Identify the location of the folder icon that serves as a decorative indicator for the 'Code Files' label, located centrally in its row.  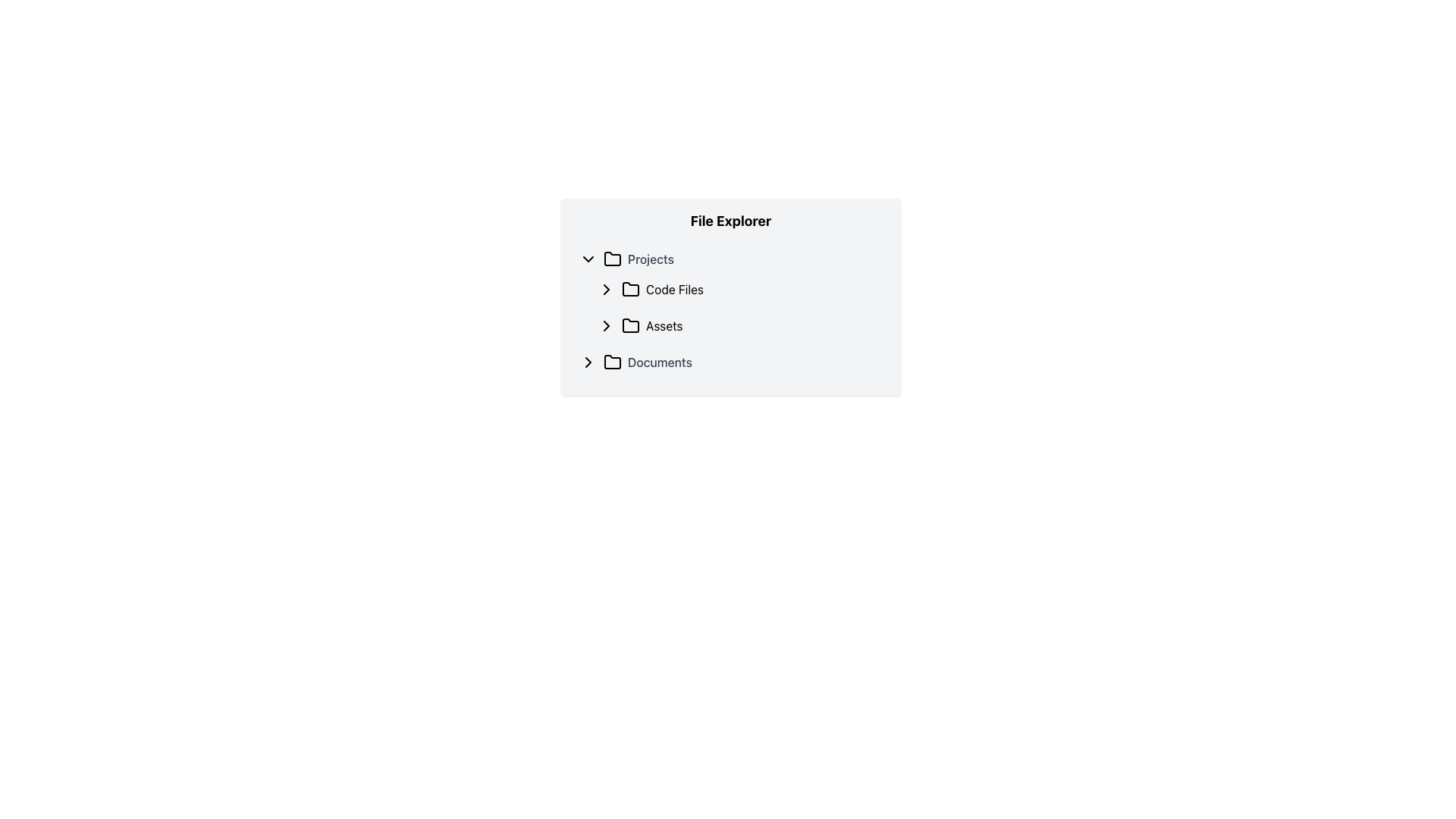
(630, 289).